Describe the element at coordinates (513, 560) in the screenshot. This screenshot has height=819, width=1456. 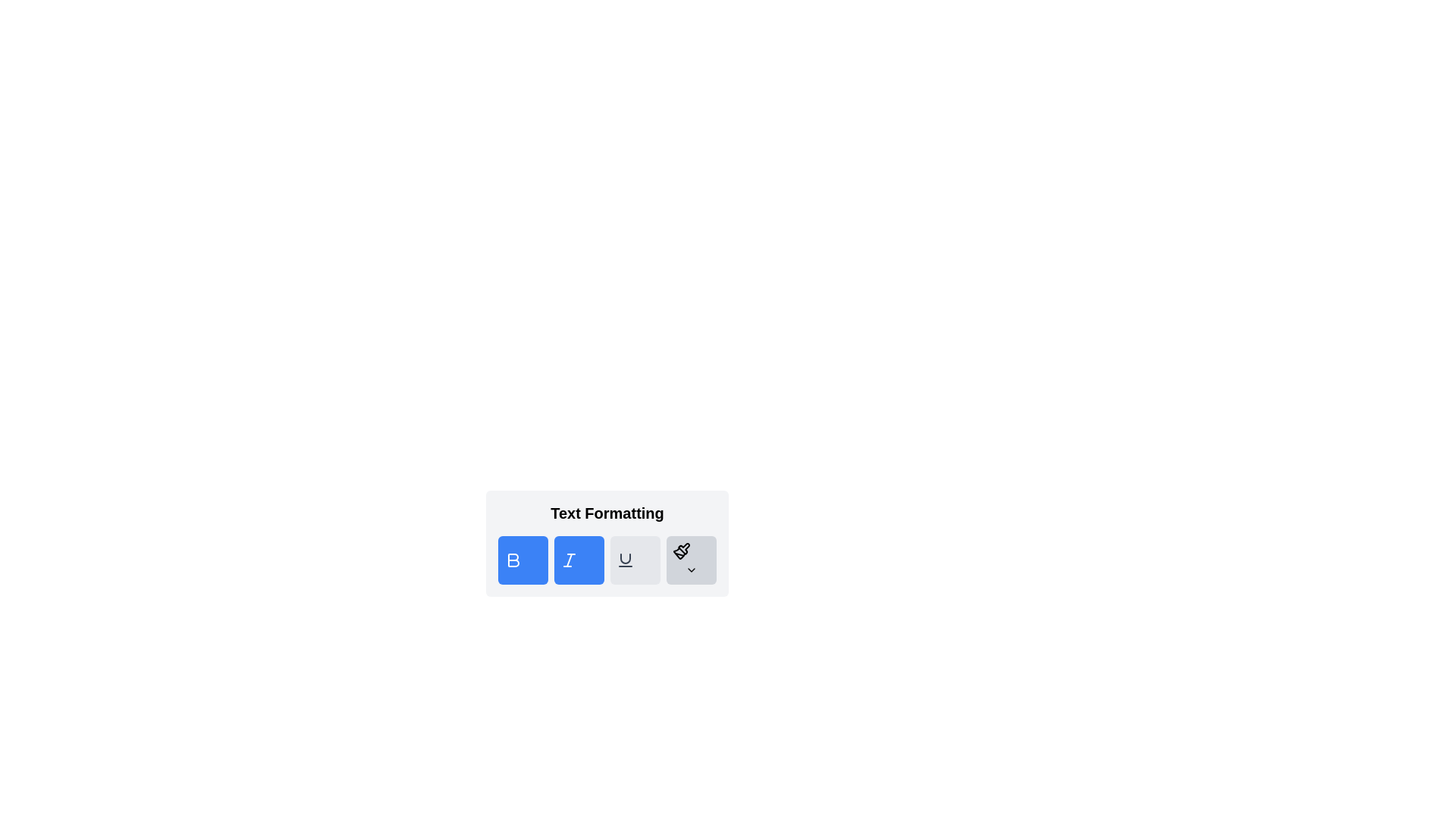
I see `the bold formatting button located on the bottom-left side of the toolbar` at that location.